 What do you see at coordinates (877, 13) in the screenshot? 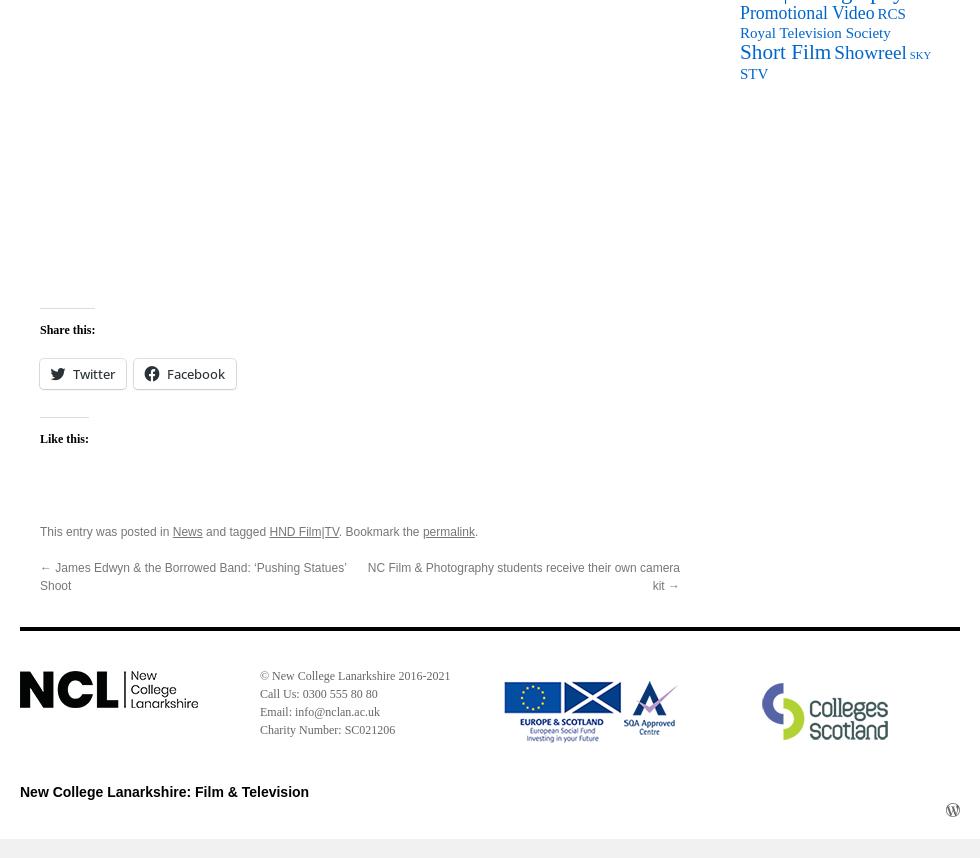
I see `'RCS'` at bounding box center [877, 13].